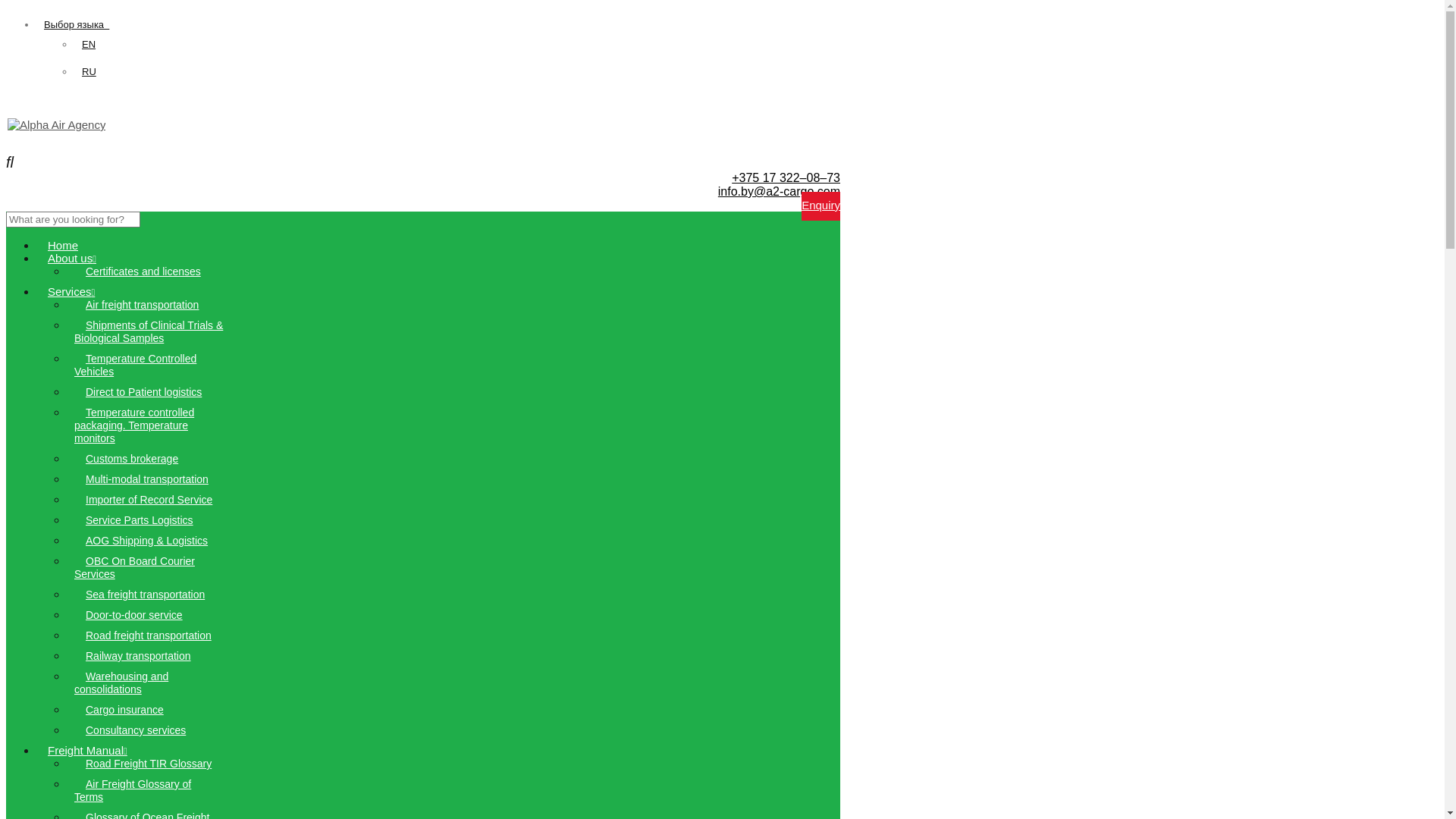 The width and height of the screenshot is (1456, 819). What do you see at coordinates (142, 304) in the screenshot?
I see `'Air freight transportation'` at bounding box center [142, 304].